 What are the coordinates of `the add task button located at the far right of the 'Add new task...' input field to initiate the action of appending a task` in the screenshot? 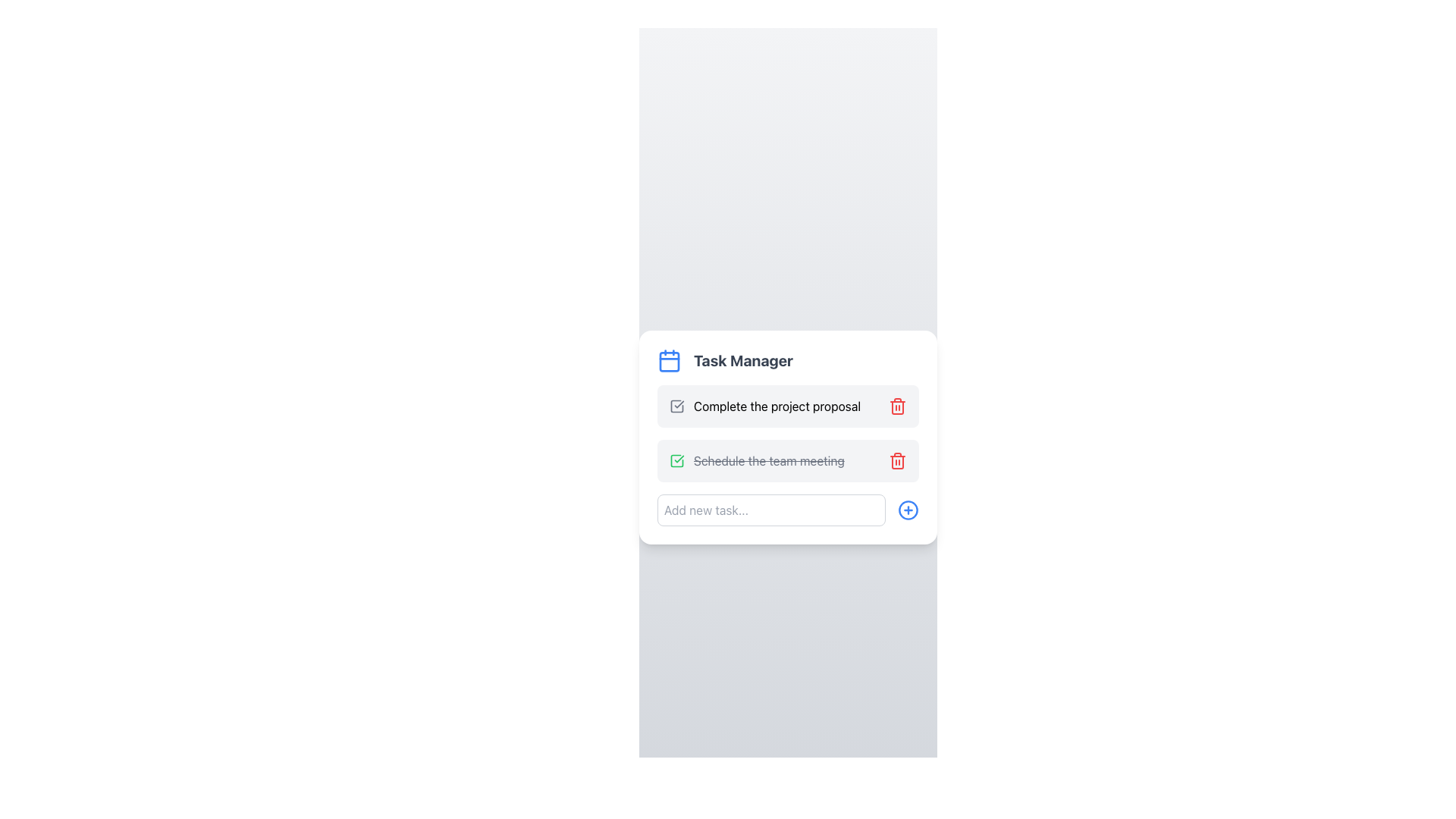 It's located at (908, 510).